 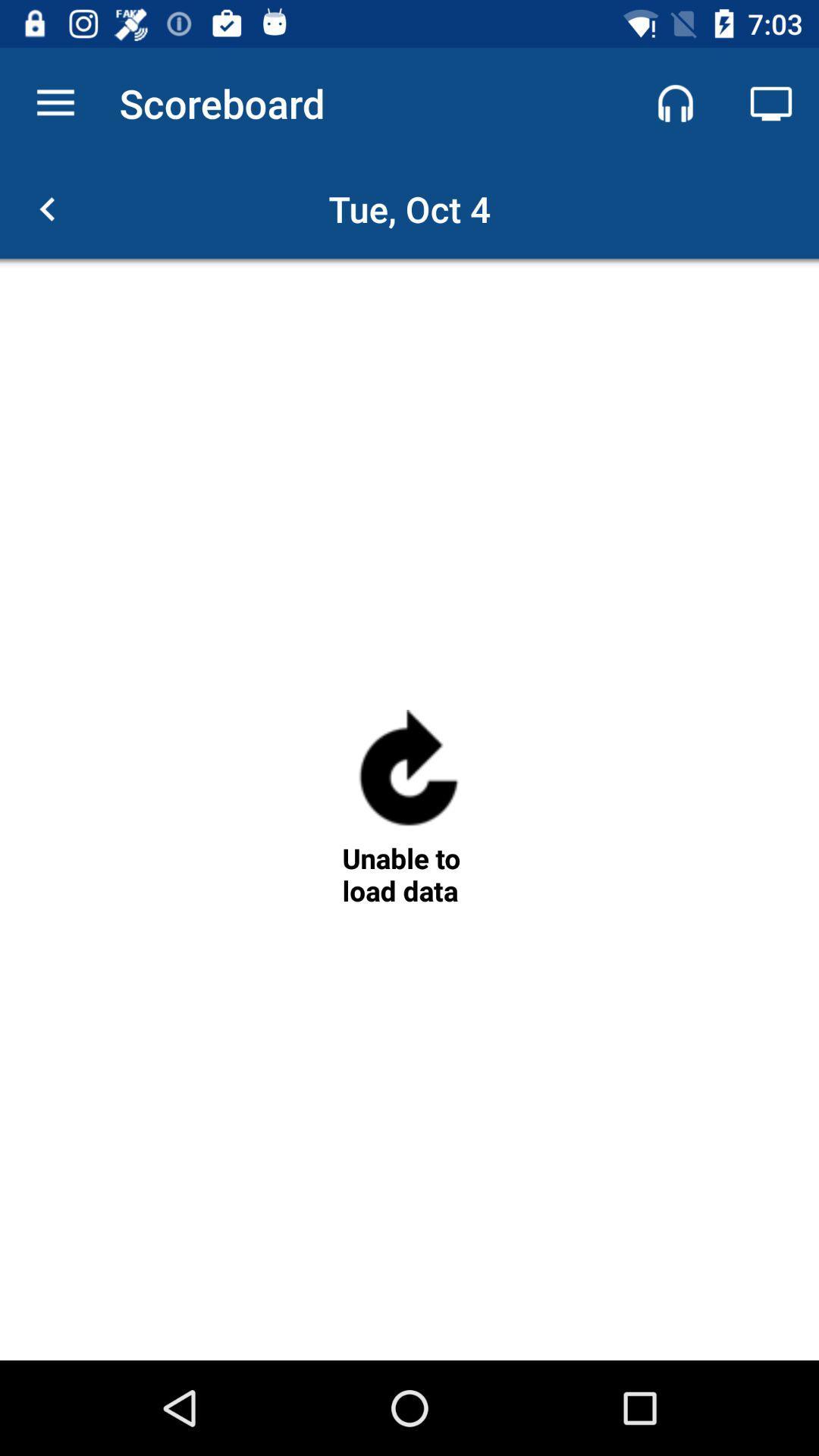 What do you see at coordinates (675, 102) in the screenshot?
I see `item next to the scoreboard app` at bounding box center [675, 102].